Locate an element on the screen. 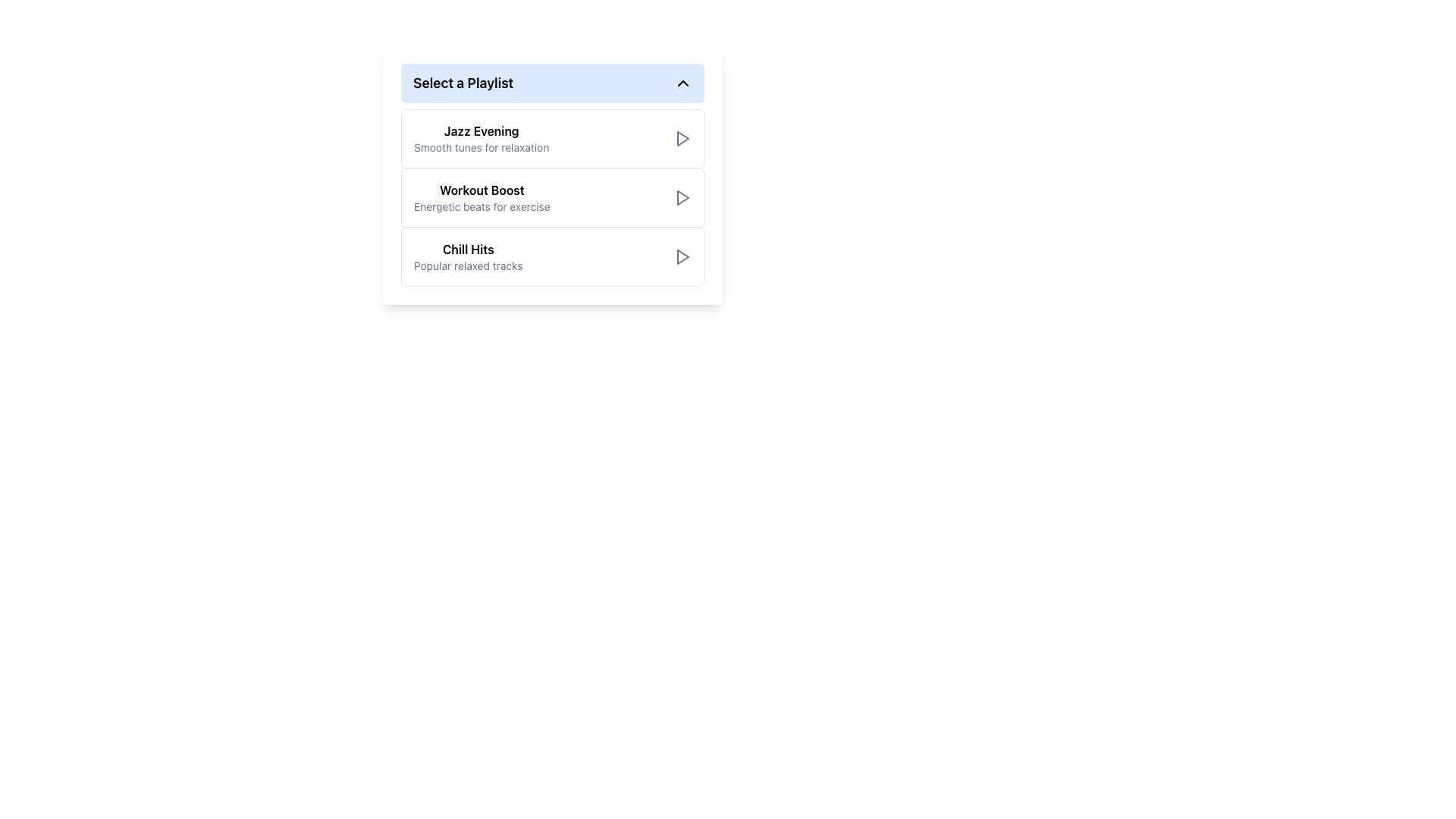 The width and height of the screenshot is (1456, 819). the play icon, which is a right-facing triangle located on the right side of the 'Workout Boost' list item to play the playlist is located at coordinates (682, 197).